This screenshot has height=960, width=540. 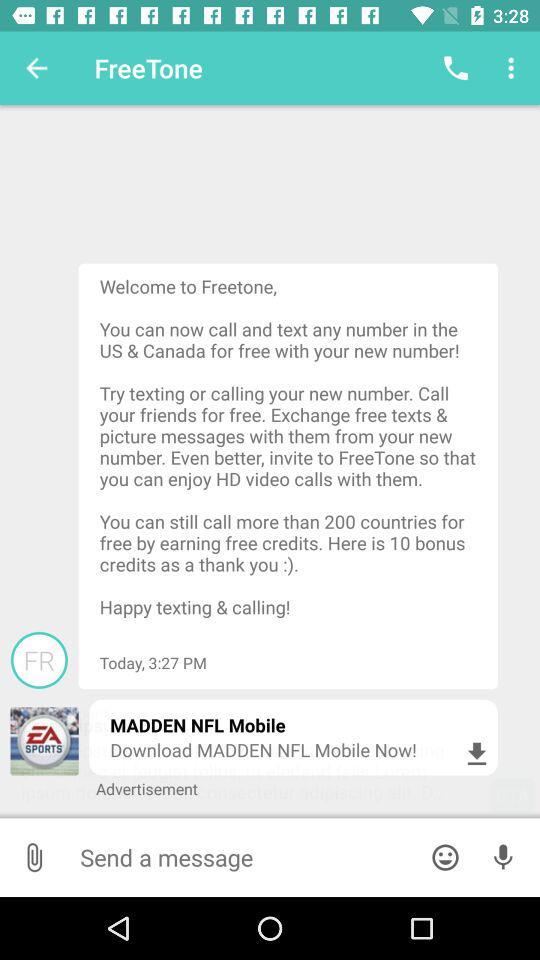 I want to click on the attach_file icon, so click(x=33, y=856).